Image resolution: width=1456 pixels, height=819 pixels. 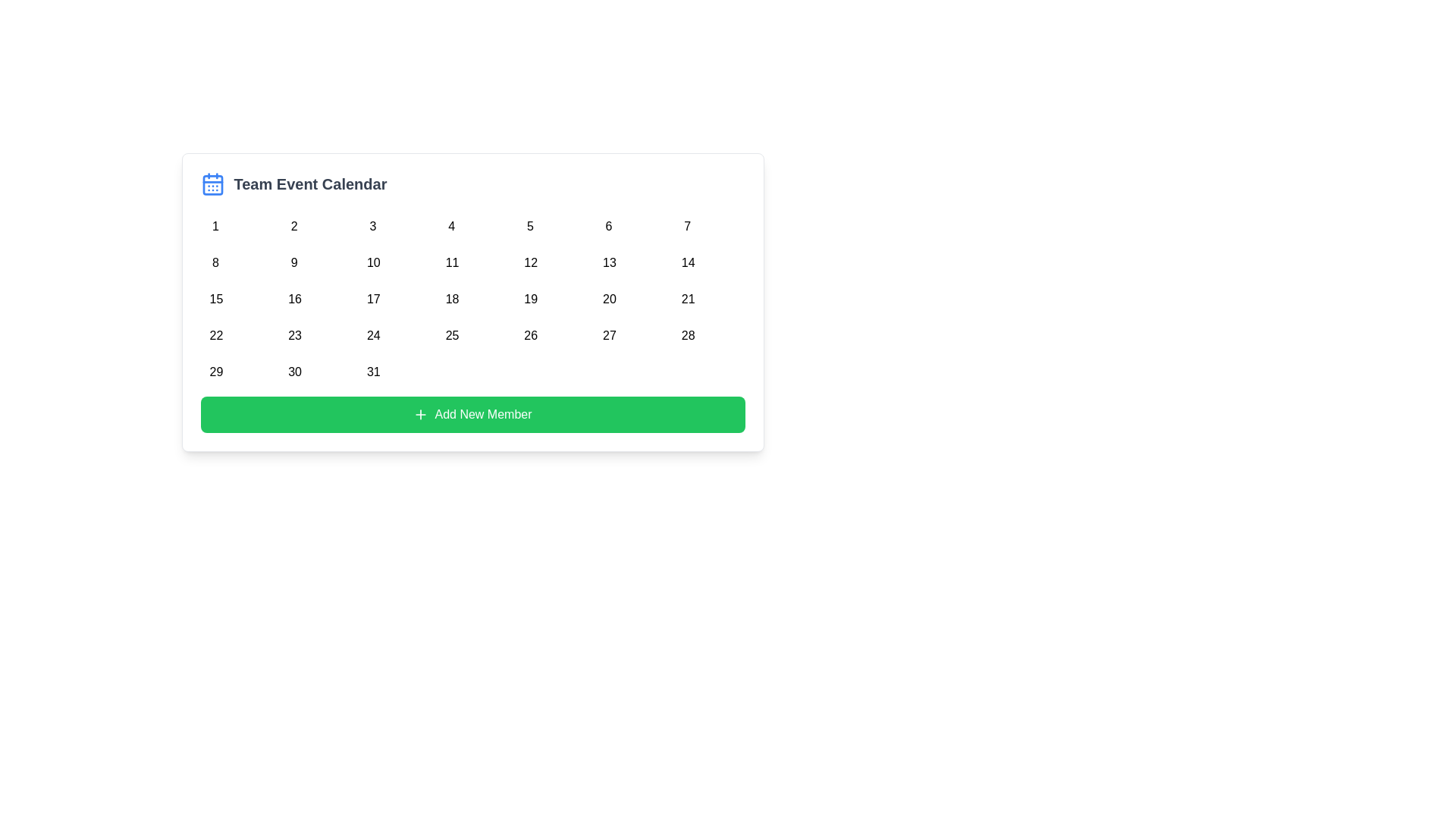 I want to click on the circular button displaying the number '25', so click(x=450, y=332).